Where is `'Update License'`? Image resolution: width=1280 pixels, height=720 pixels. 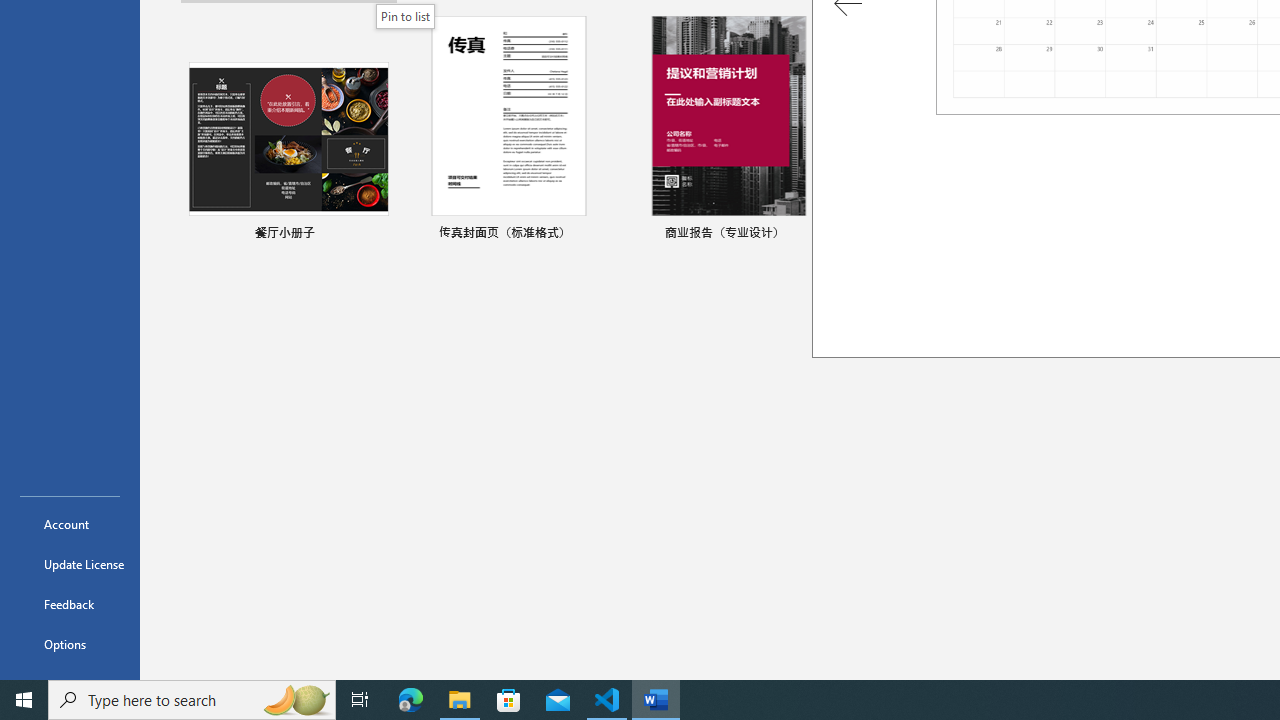
'Update License' is located at coordinates (69, 564).